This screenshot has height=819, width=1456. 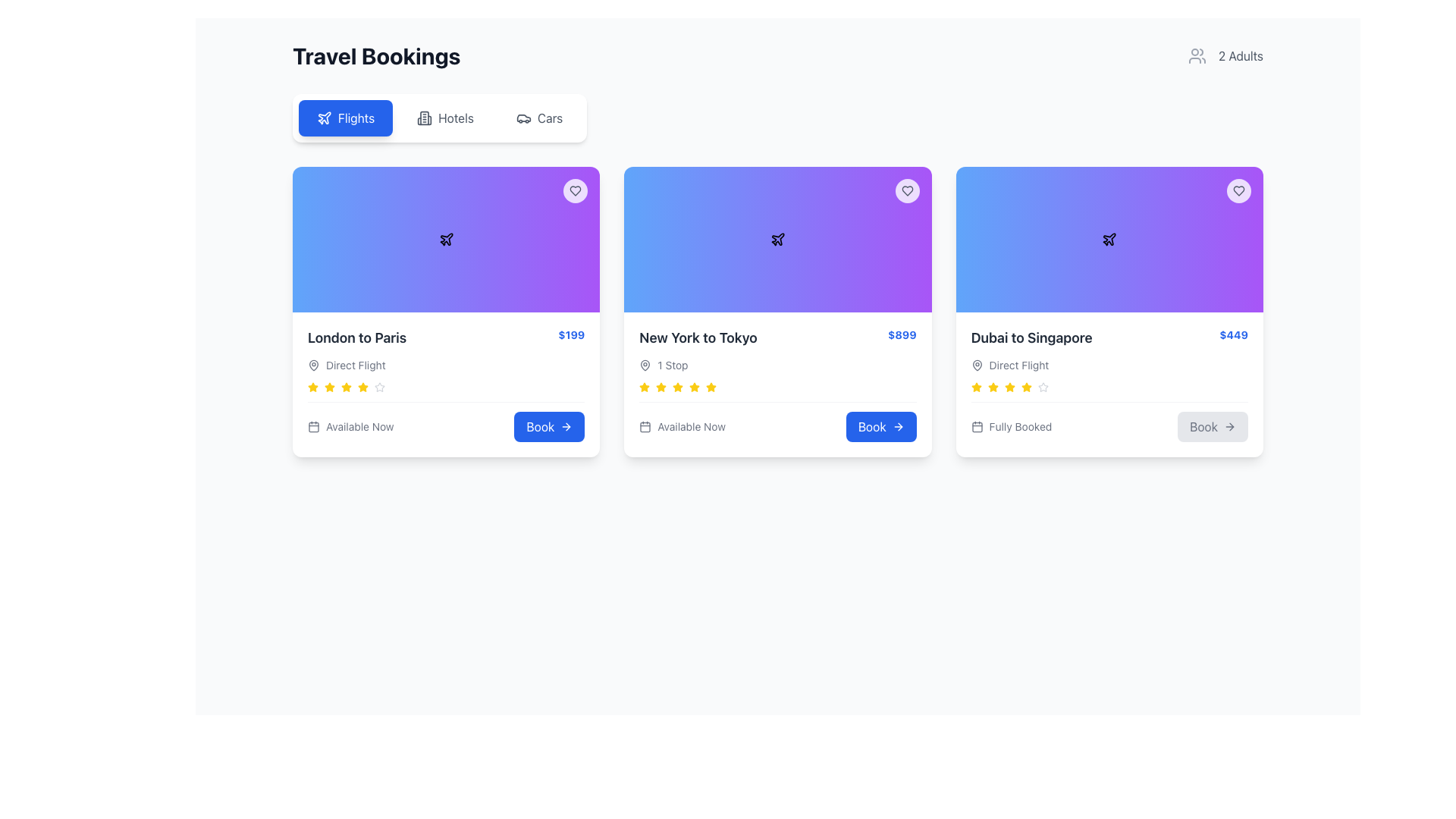 I want to click on the aircraft icon outlined in a rounded style, which is located centrally within the second card from the left in the travel booking interface, so click(x=778, y=239).